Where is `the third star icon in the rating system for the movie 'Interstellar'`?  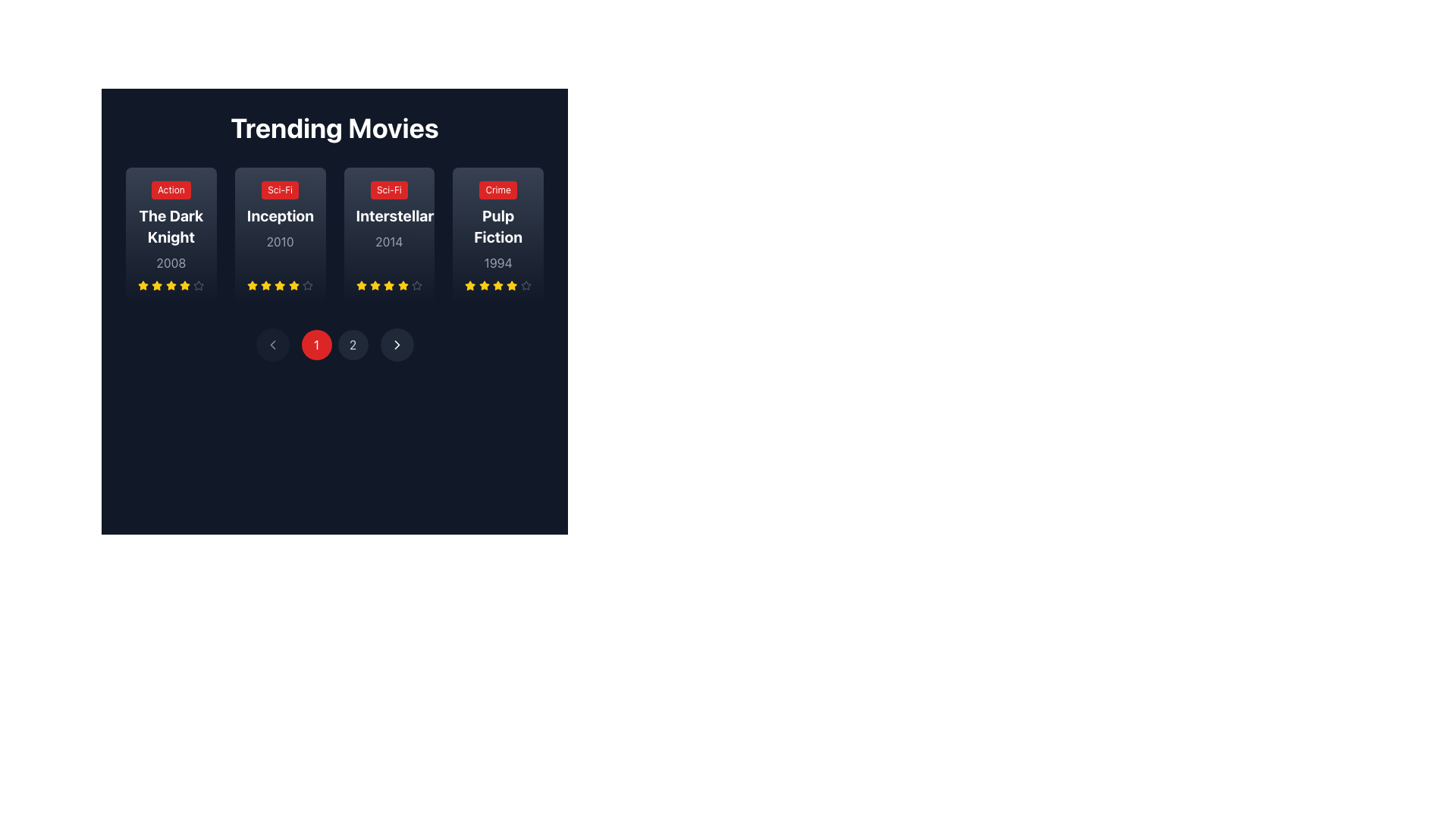
the third star icon in the rating system for the movie 'Interstellar' is located at coordinates (360, 285).